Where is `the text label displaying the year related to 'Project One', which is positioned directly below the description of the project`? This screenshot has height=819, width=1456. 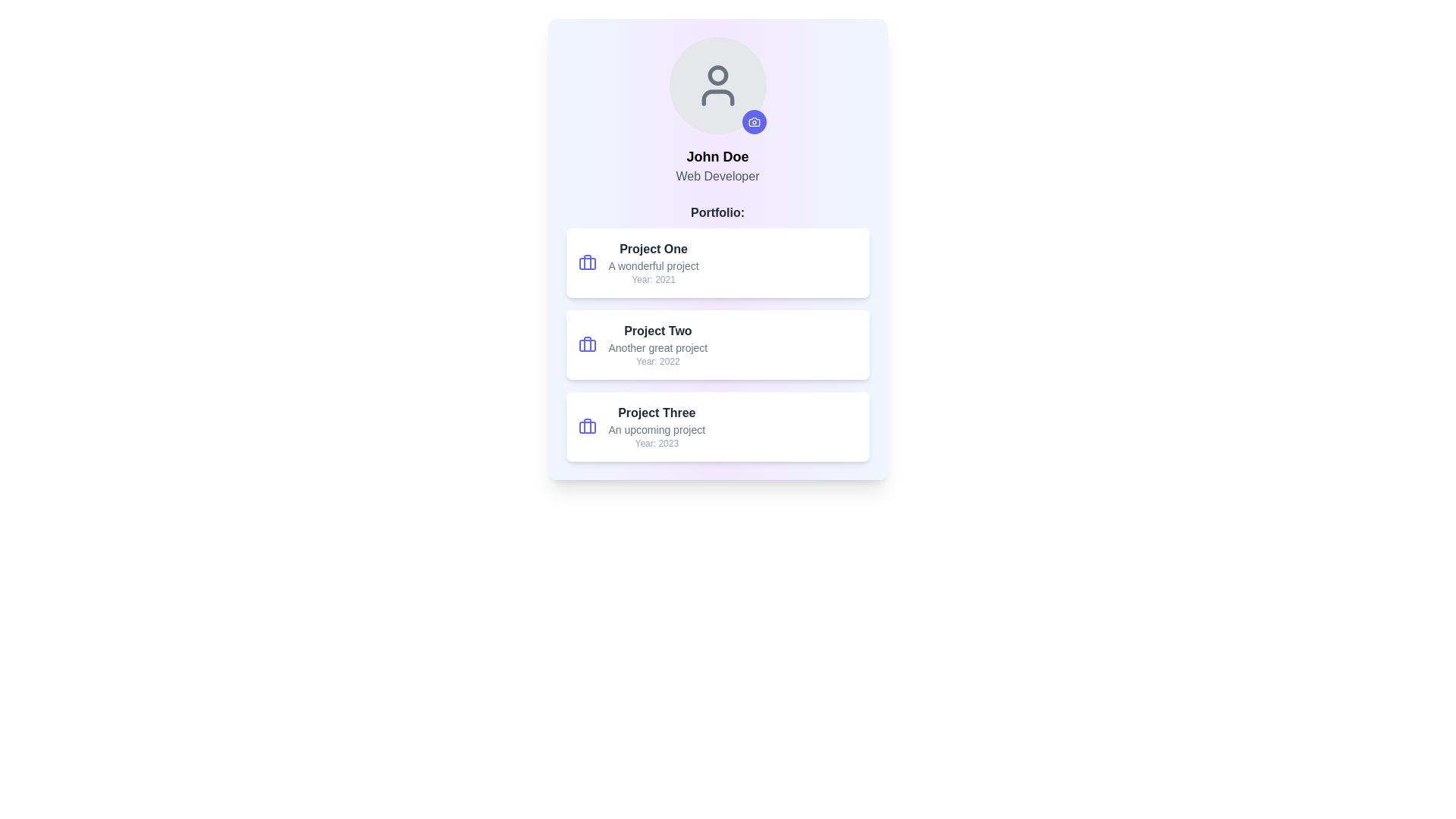 the text label displaying the year related to 'Project One', which is positioned directly below the description of the project is located at coordinates (654, 280).